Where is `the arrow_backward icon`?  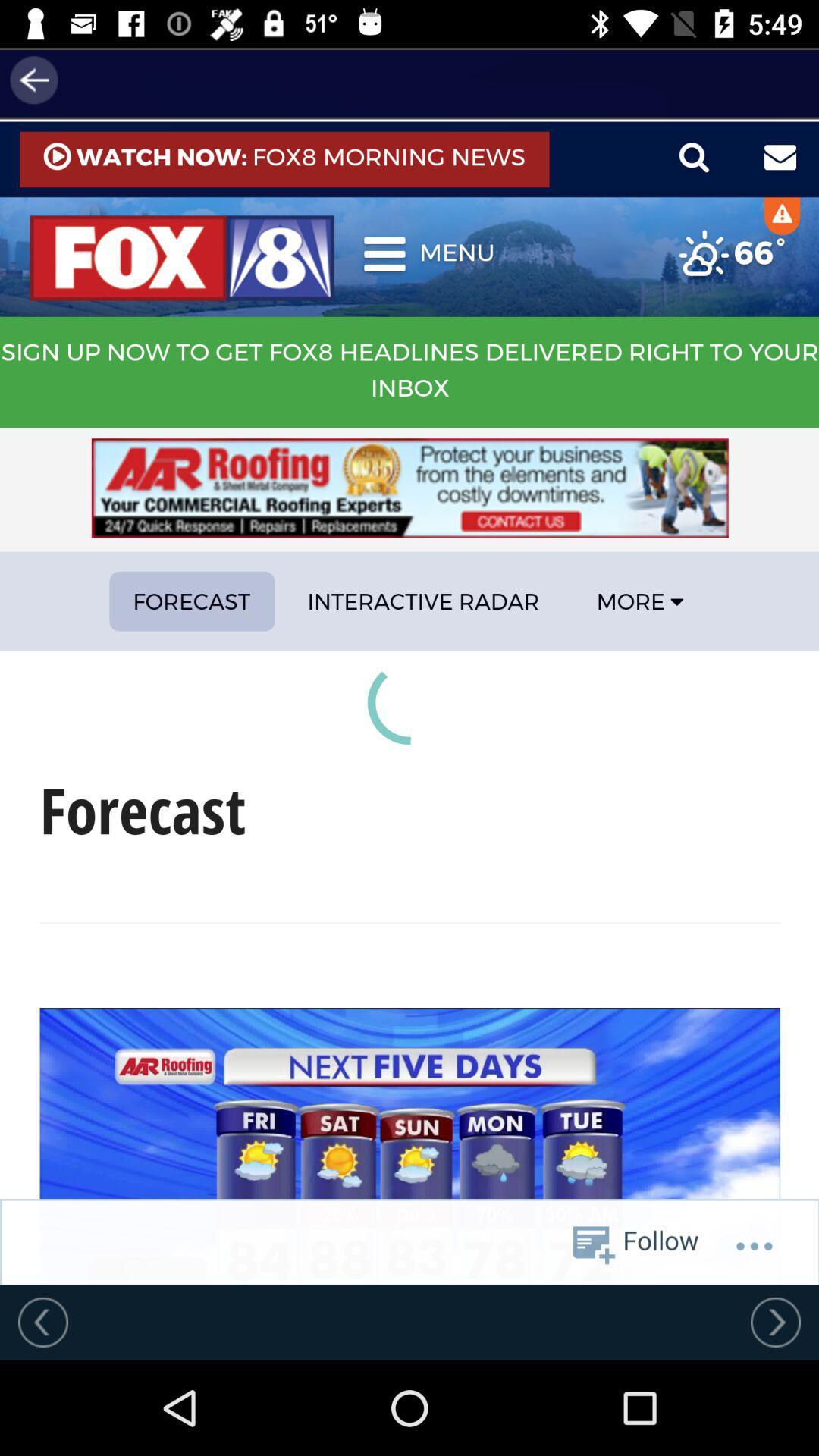 the arrow_backward icon is located at coordinates (43, 79).